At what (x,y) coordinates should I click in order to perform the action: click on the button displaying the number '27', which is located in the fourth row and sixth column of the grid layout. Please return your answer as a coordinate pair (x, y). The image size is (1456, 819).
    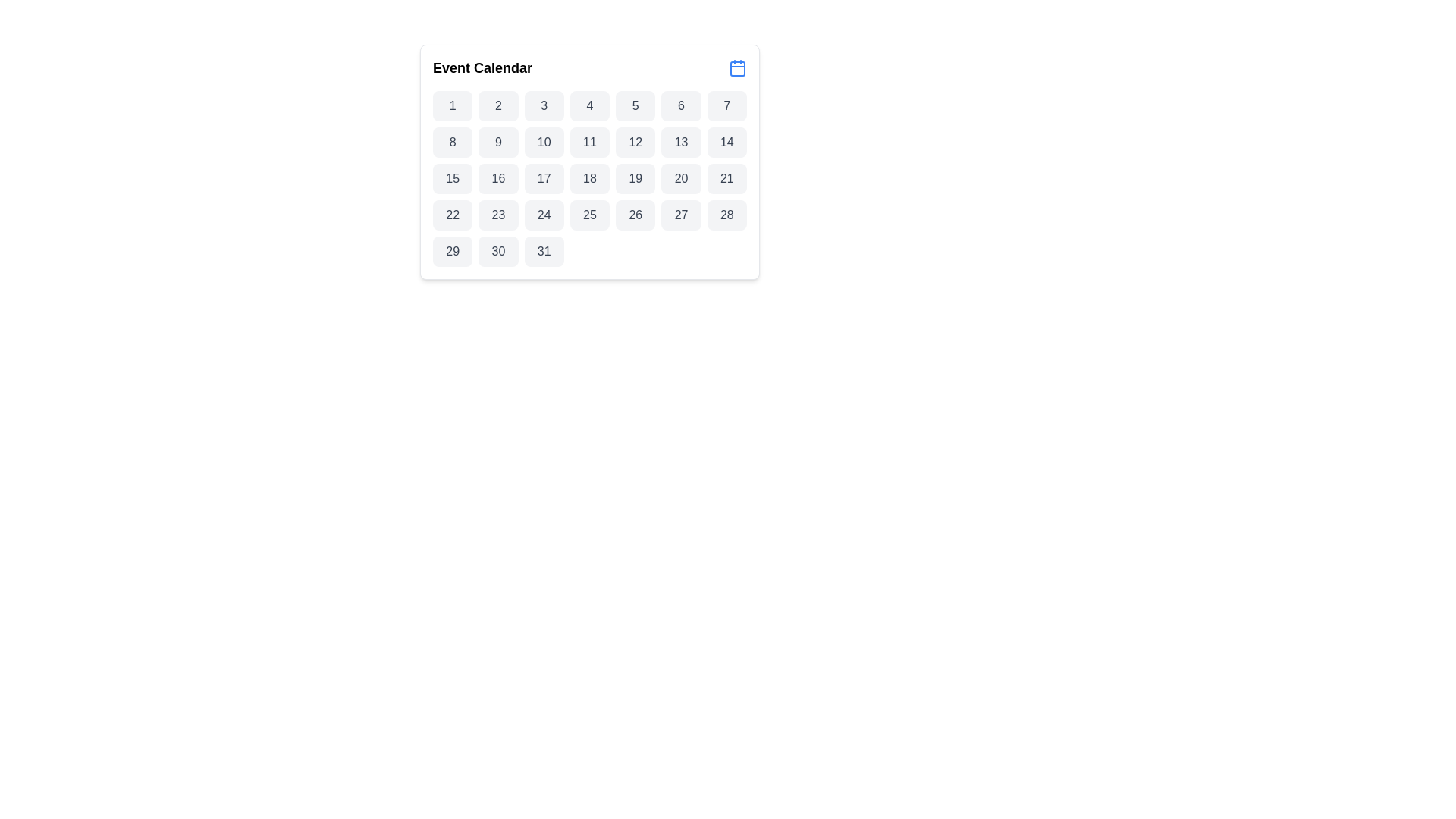
    Looking at the image, I should click on (680, 215).